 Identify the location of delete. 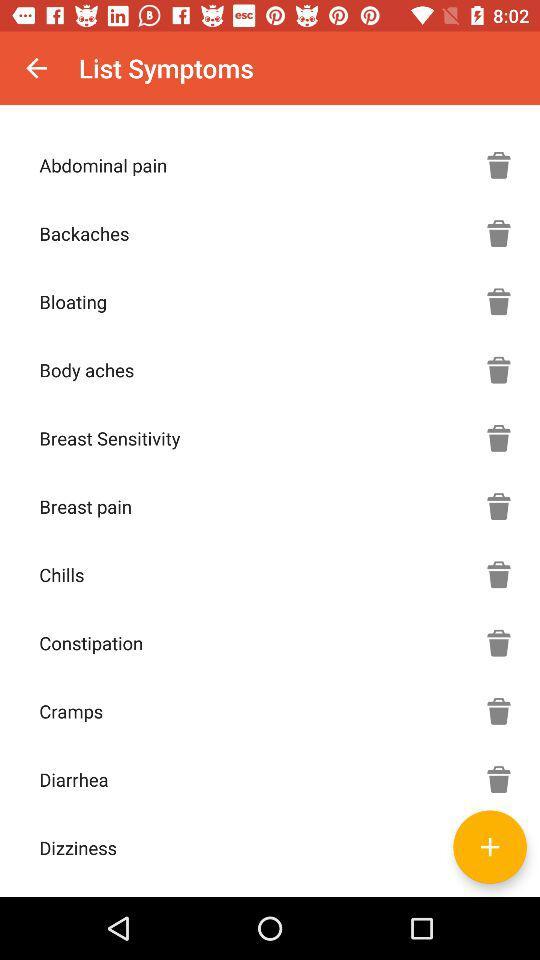
(498, 438).